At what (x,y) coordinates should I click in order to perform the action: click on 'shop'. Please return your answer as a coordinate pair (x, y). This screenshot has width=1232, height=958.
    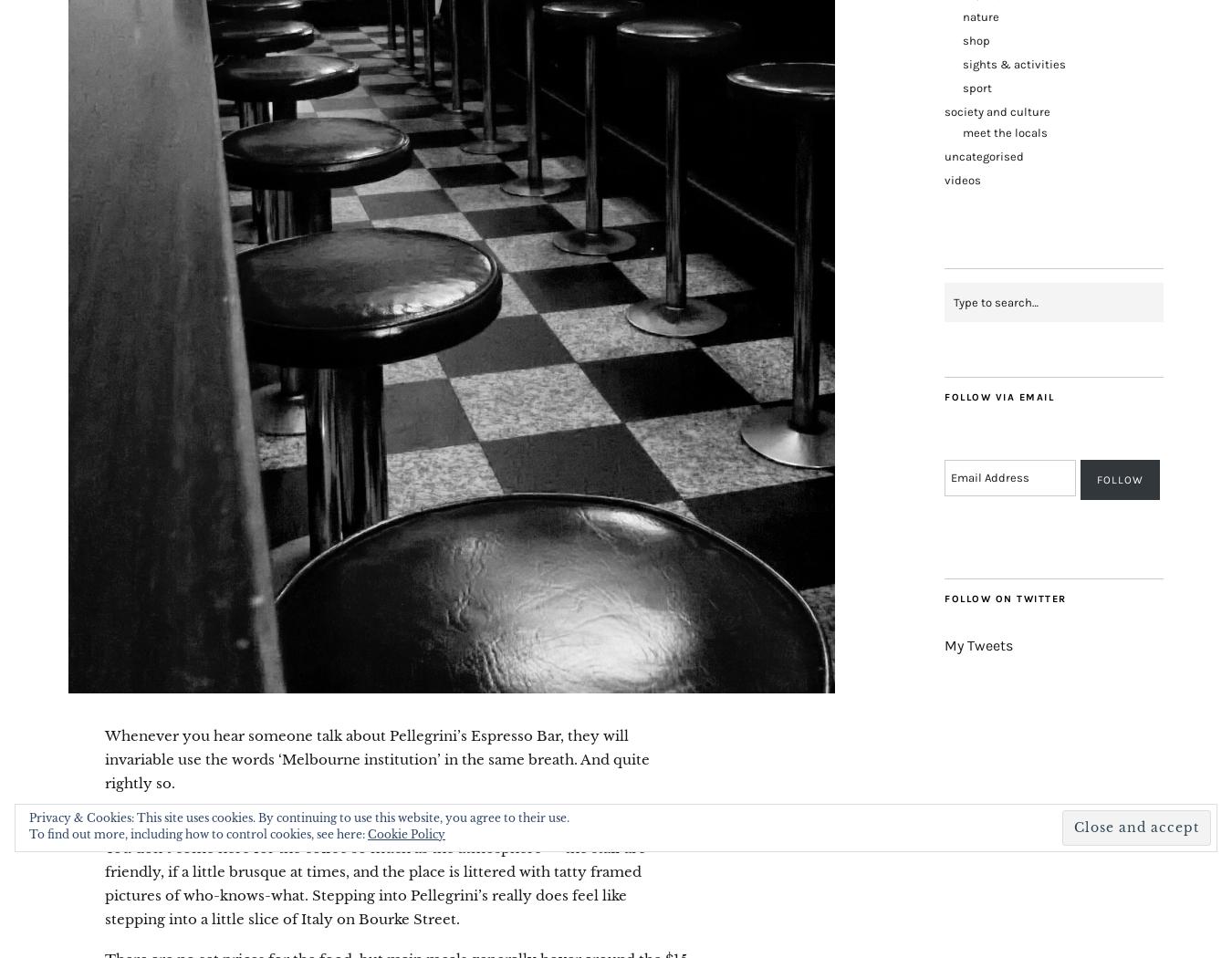
    Looking at the image, I should click on (963, 38).